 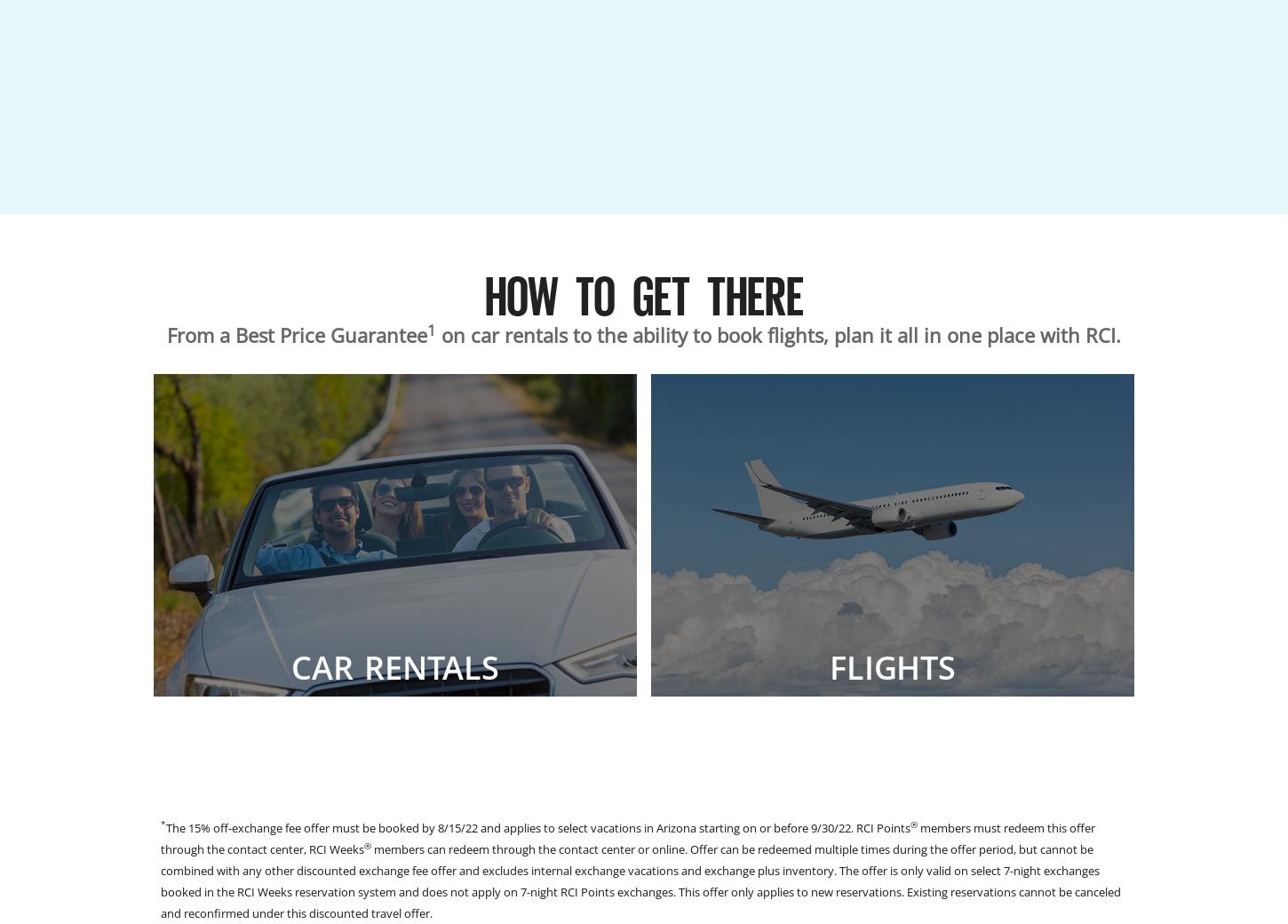 What do you see at coordinates (165, 828) in the screenshot?
I see `'The 15% off-exchange fee offer must be booked by 8/15/22 and applies to select vacations in Arizona starting on or before 9/30/22. RCI Points'` at bounding box center [165, 828].